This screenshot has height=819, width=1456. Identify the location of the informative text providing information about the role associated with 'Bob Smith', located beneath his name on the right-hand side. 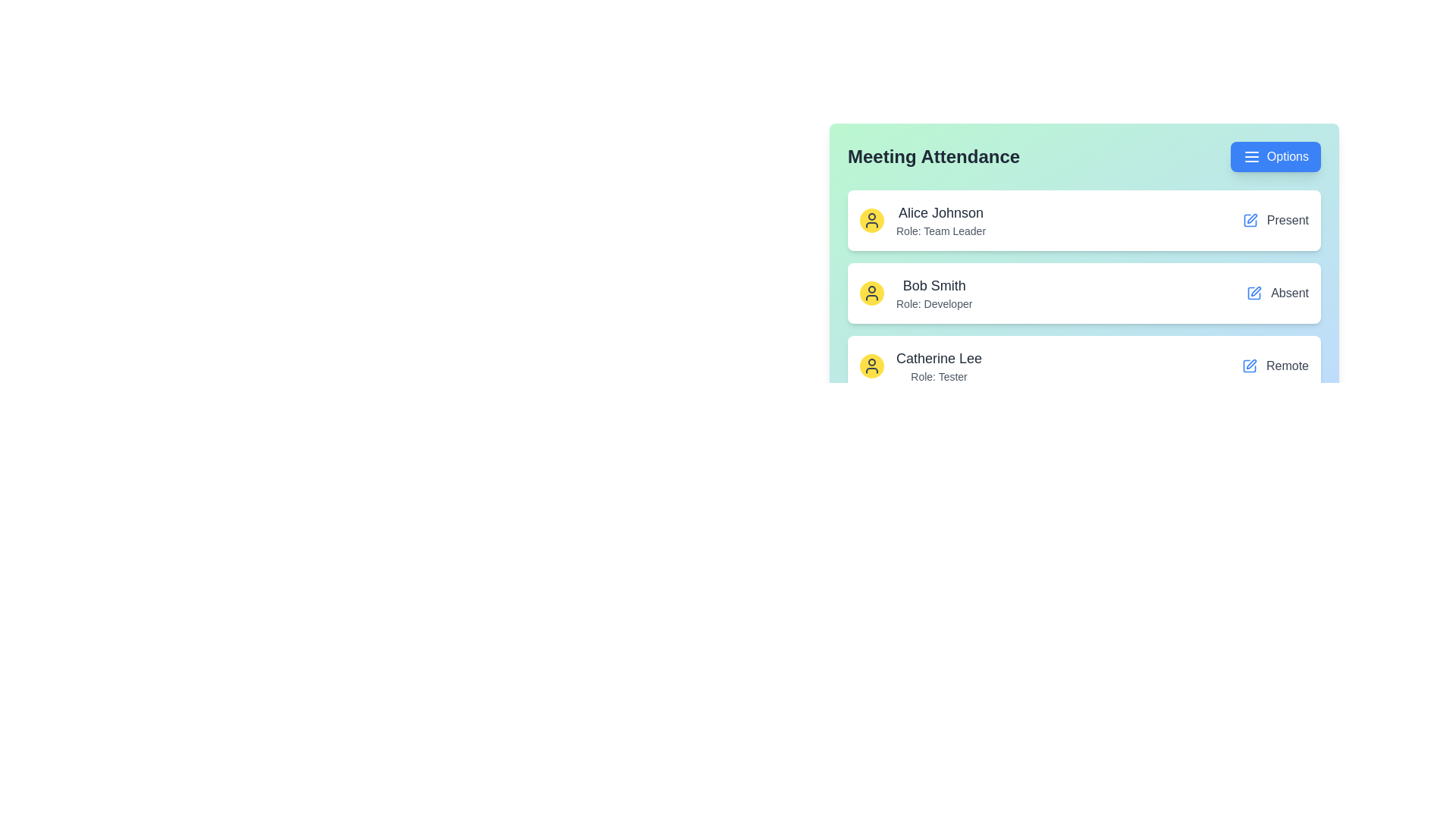
(934, 304).